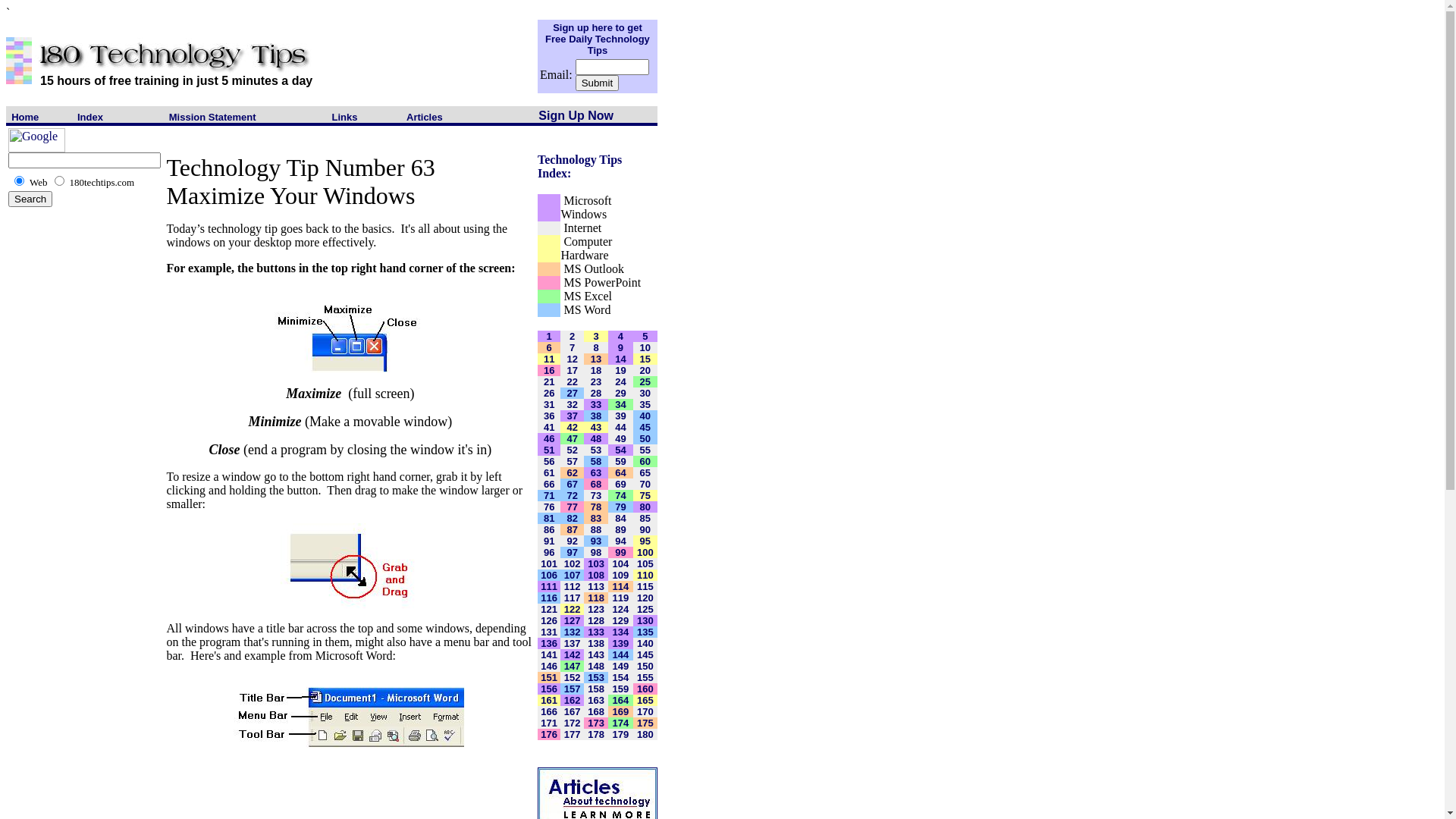  I want to click on '72', so click(566, 495).